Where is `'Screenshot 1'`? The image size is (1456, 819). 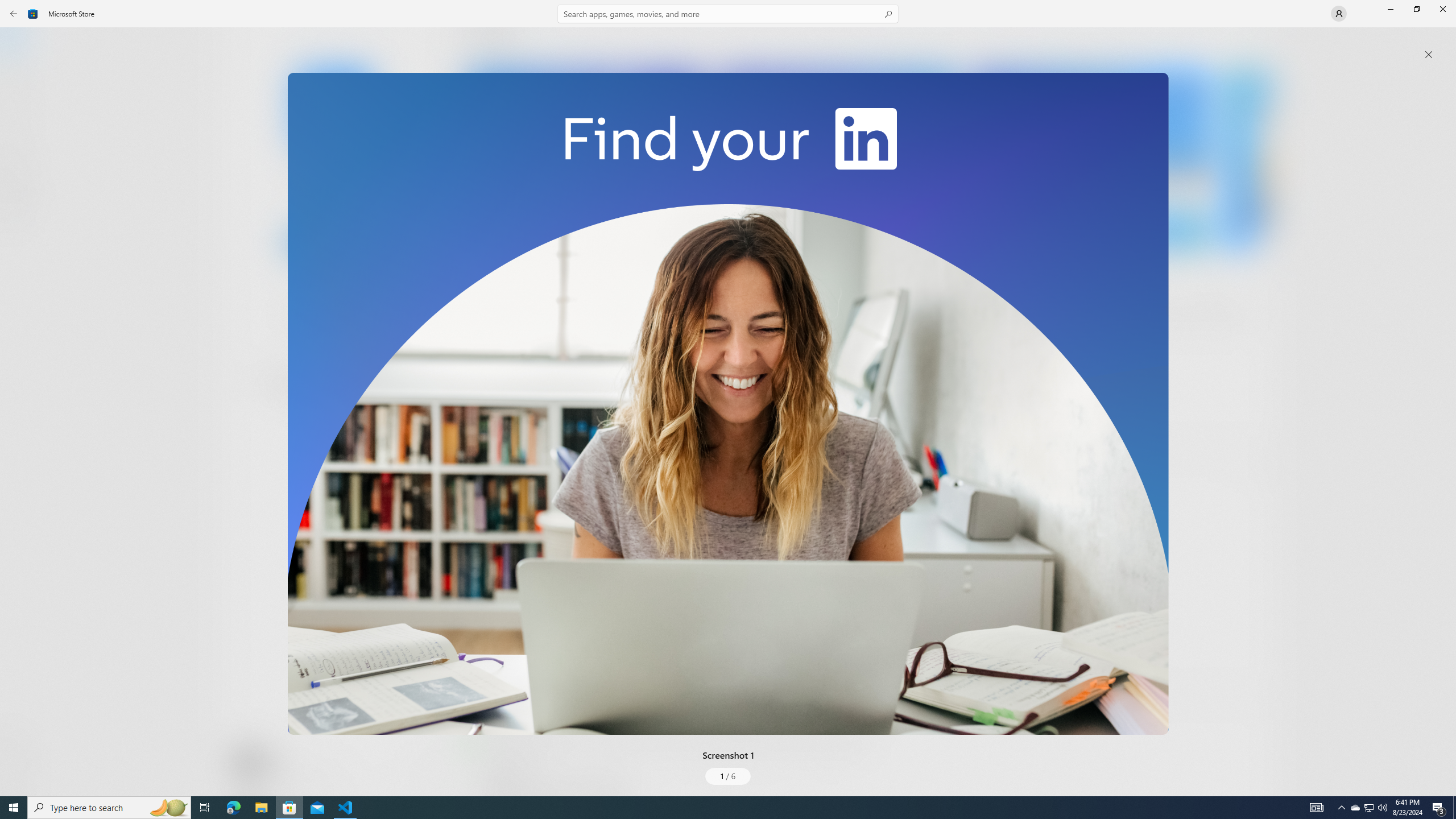 'Screenshot 1' is located at coordinates (728, 403).